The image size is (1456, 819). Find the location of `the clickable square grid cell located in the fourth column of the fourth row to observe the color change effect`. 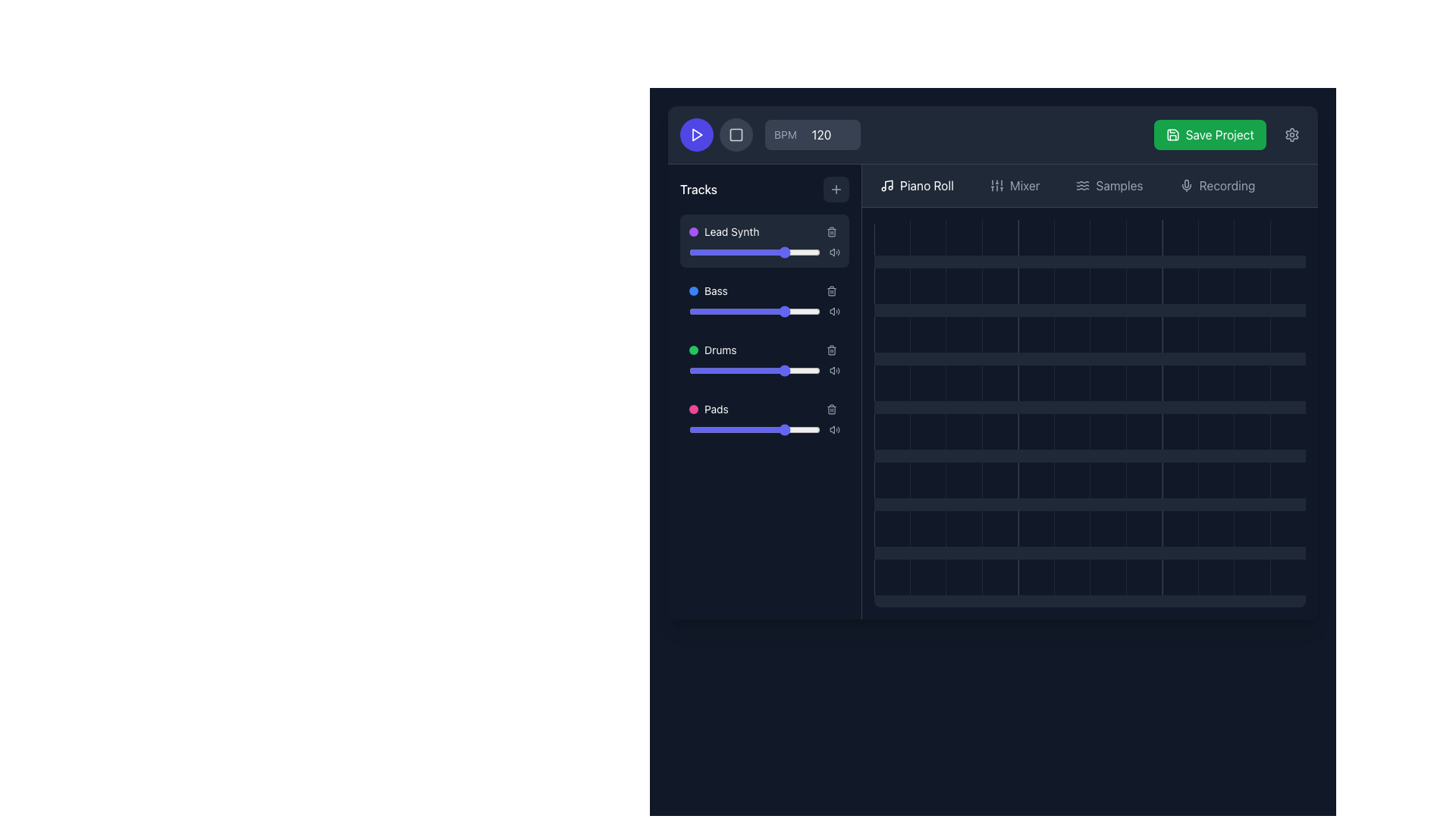

the clickable square grid cell located in the fourth column of the fourth row to observe the color change effect is located at coordinates (999, 382).